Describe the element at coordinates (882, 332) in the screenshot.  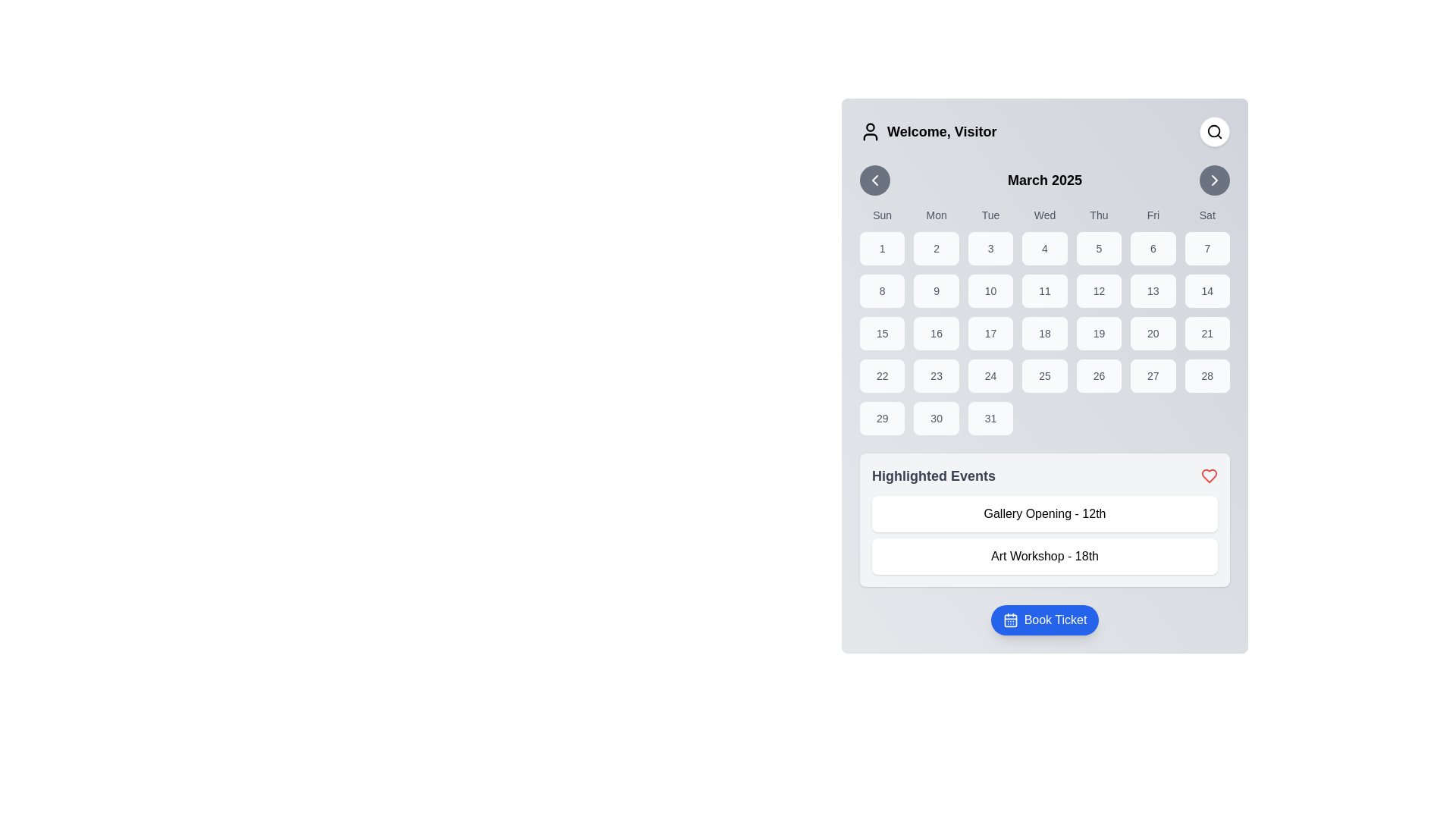
I see `the calendar day cell representing the 15th of March 2025 located in the fourth row and first column under the 'Sun' header` at that location.